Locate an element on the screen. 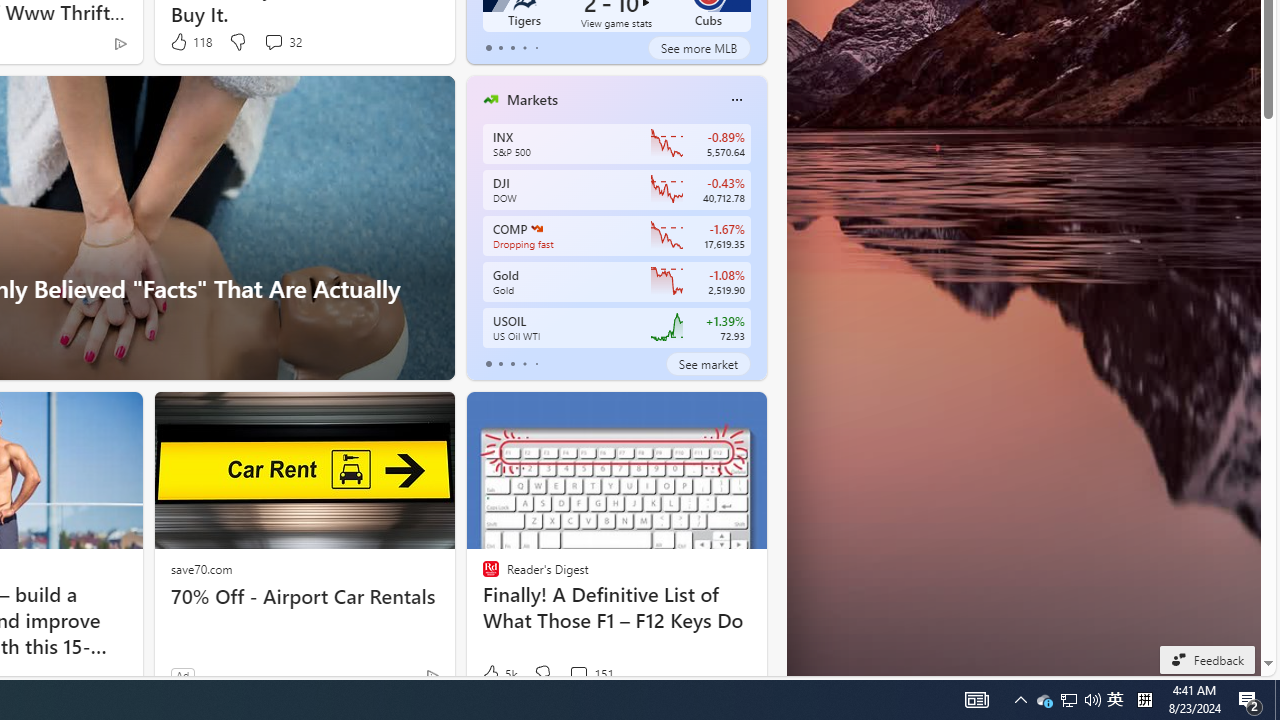 The width and height of the screenshot is (1280, 720). 'View comments 151 Comment' is located at coordinates (577, 673).